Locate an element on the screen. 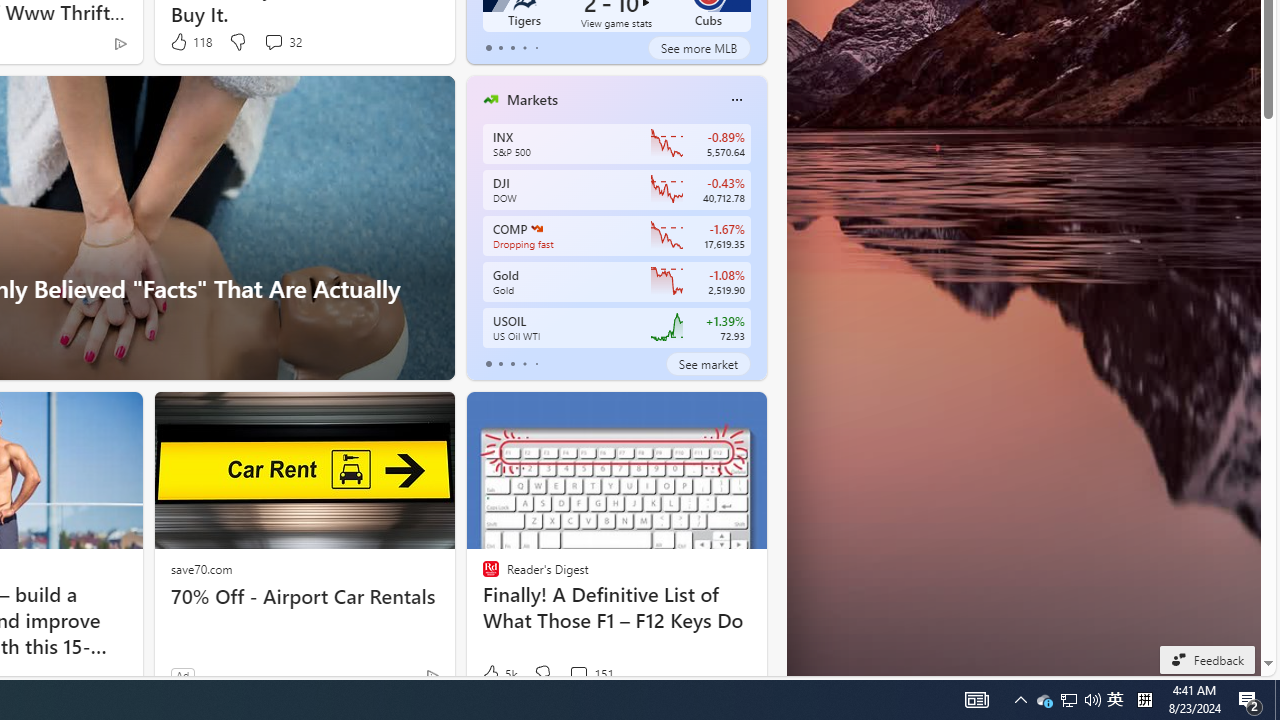 The width and height of the screenshot is (1280, 720). 'View comments 151 Comment' is located at coordinates (577, 673).